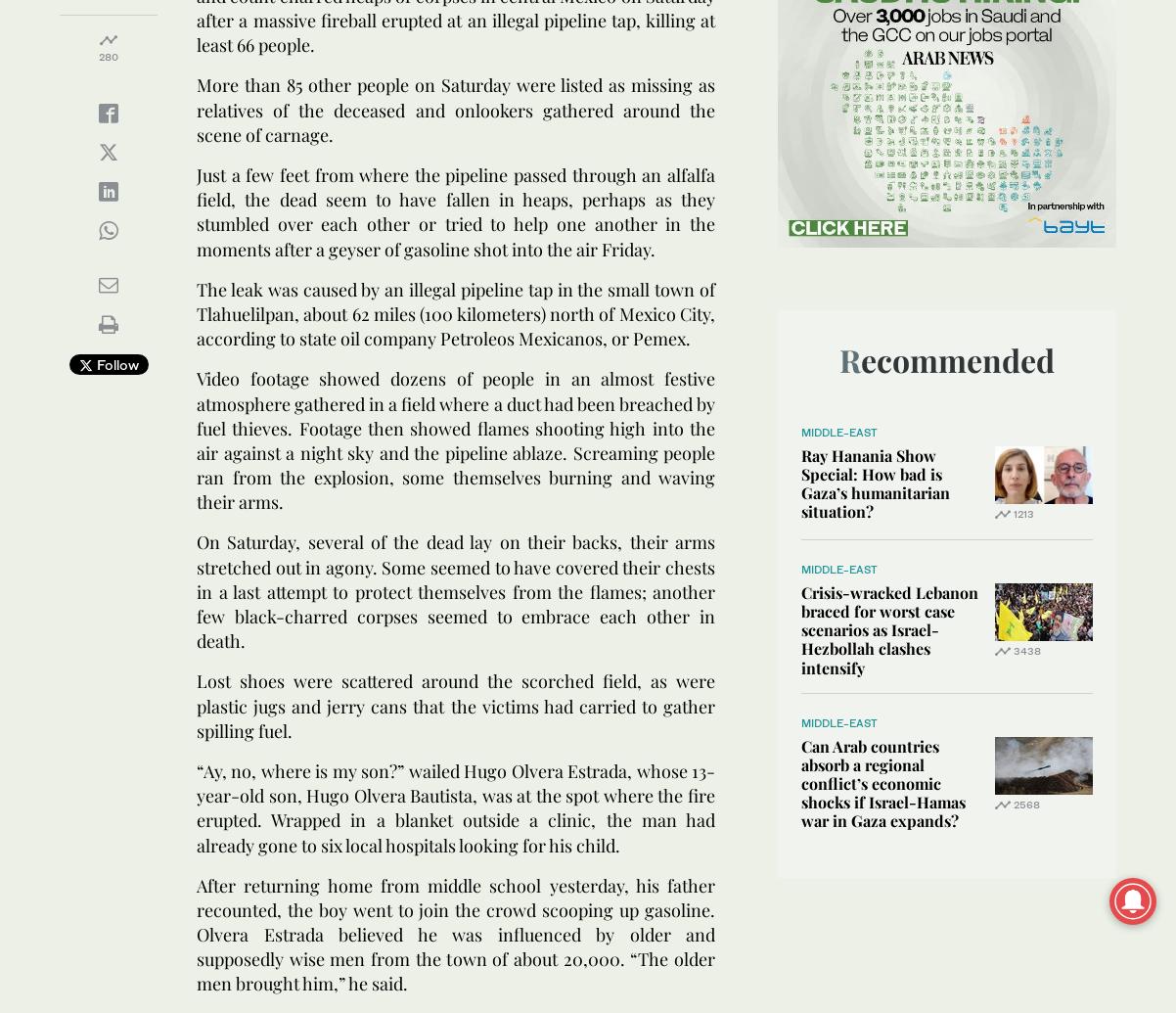  What do you see at coordinates (455, 704) in the screenshot?
I see `'Lost shoes were scattered around the scorched field, as were plastic jugs and jerry cans that the victims had carried to gather spilling fuel.'` at bounding box center [455, 704].